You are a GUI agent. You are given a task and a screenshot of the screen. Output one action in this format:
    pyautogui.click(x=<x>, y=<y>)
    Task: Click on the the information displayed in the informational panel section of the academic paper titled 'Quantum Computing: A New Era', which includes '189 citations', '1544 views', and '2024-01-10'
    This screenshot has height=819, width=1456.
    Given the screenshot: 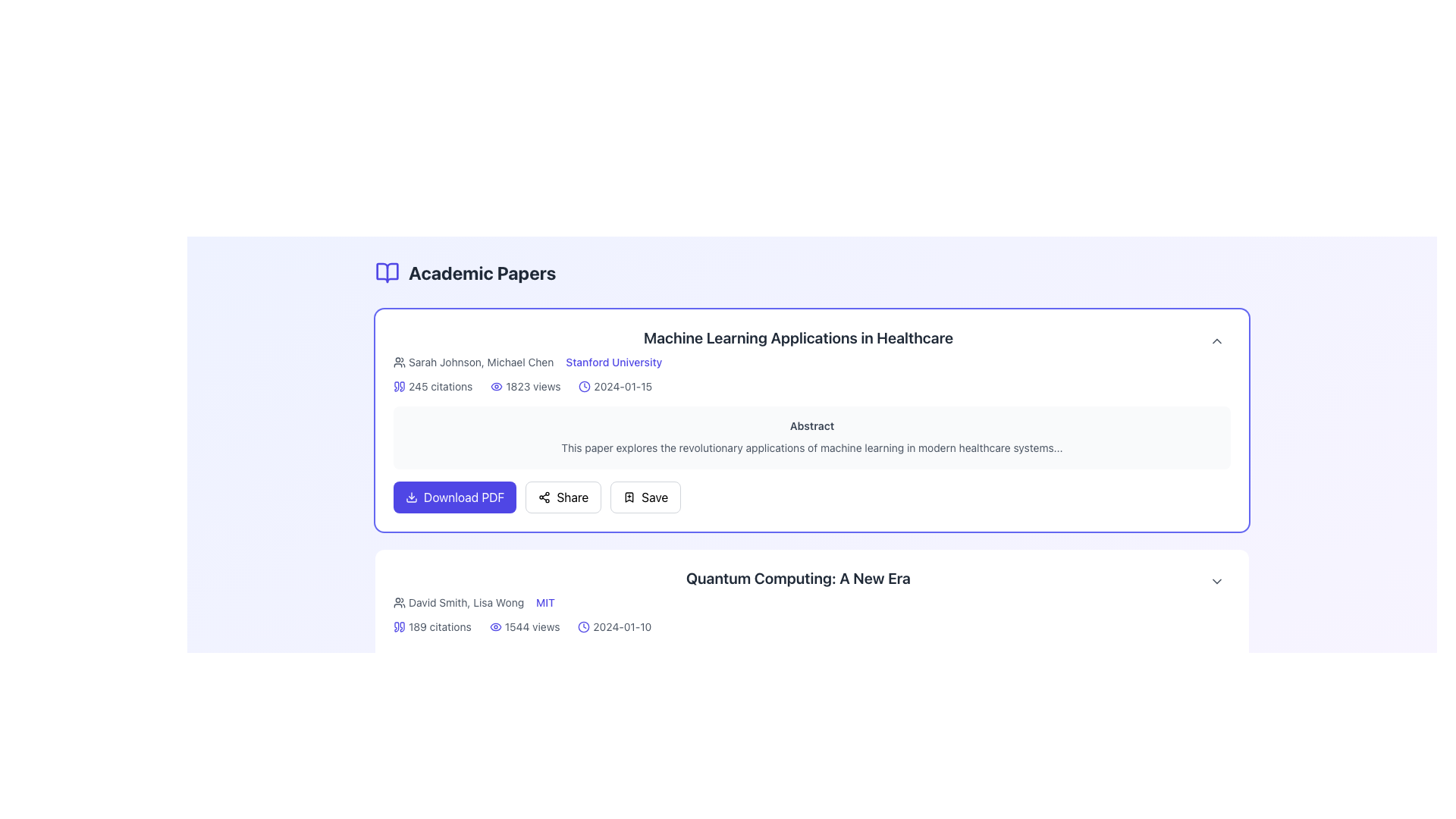 What is the action you would take?
    pyautogui.click(x=811, y=626)
    